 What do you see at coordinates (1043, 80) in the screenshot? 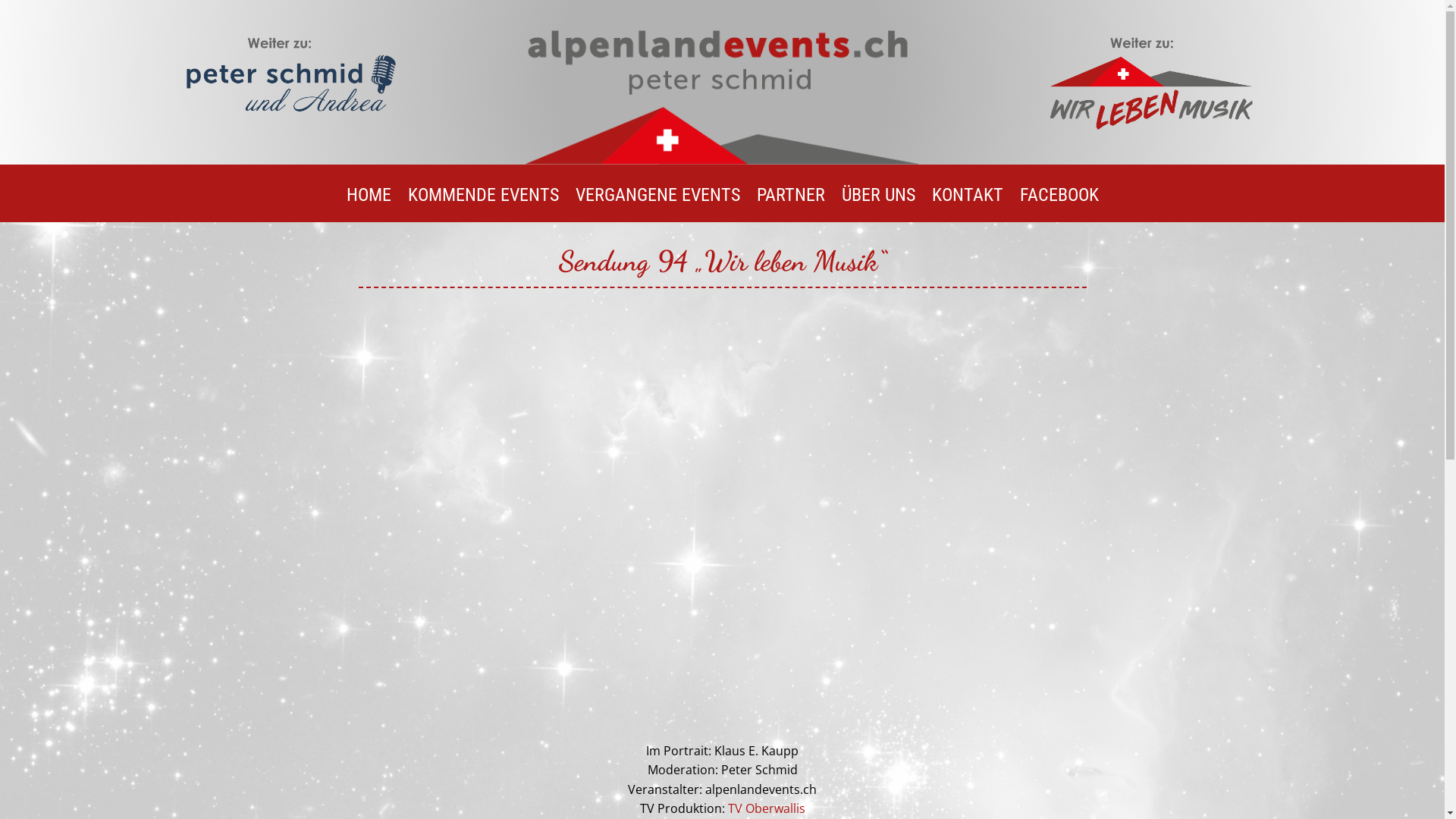
I see `'Wir leben musik weiter zu'` at bounding box center [1043, 80].